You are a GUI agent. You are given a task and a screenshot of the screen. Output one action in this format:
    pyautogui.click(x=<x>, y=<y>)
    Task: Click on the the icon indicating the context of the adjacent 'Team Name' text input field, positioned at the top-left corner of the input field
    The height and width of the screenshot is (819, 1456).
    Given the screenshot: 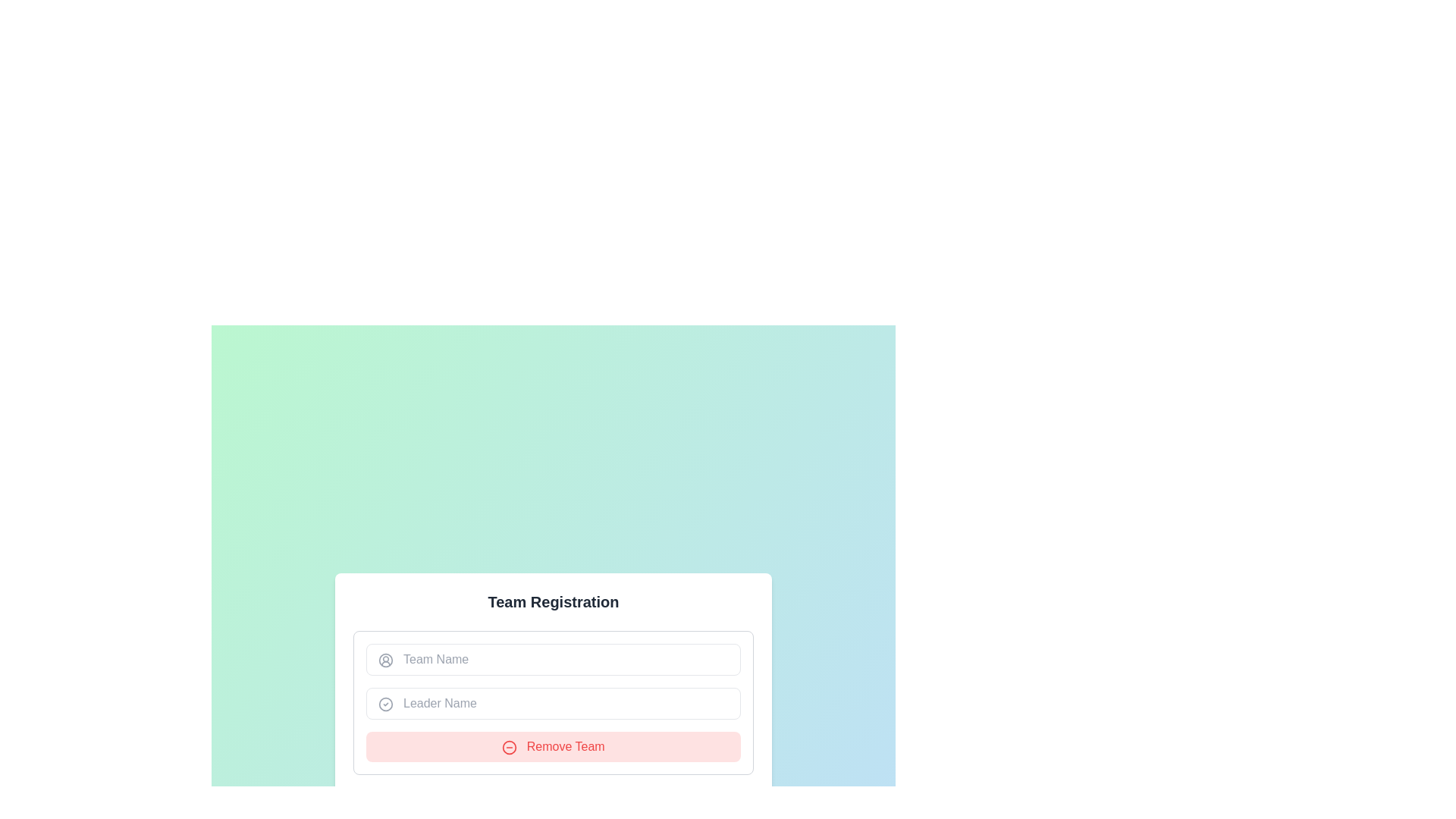 What is the action you would take?
    pyautogui.click(x=385, y=660)
    